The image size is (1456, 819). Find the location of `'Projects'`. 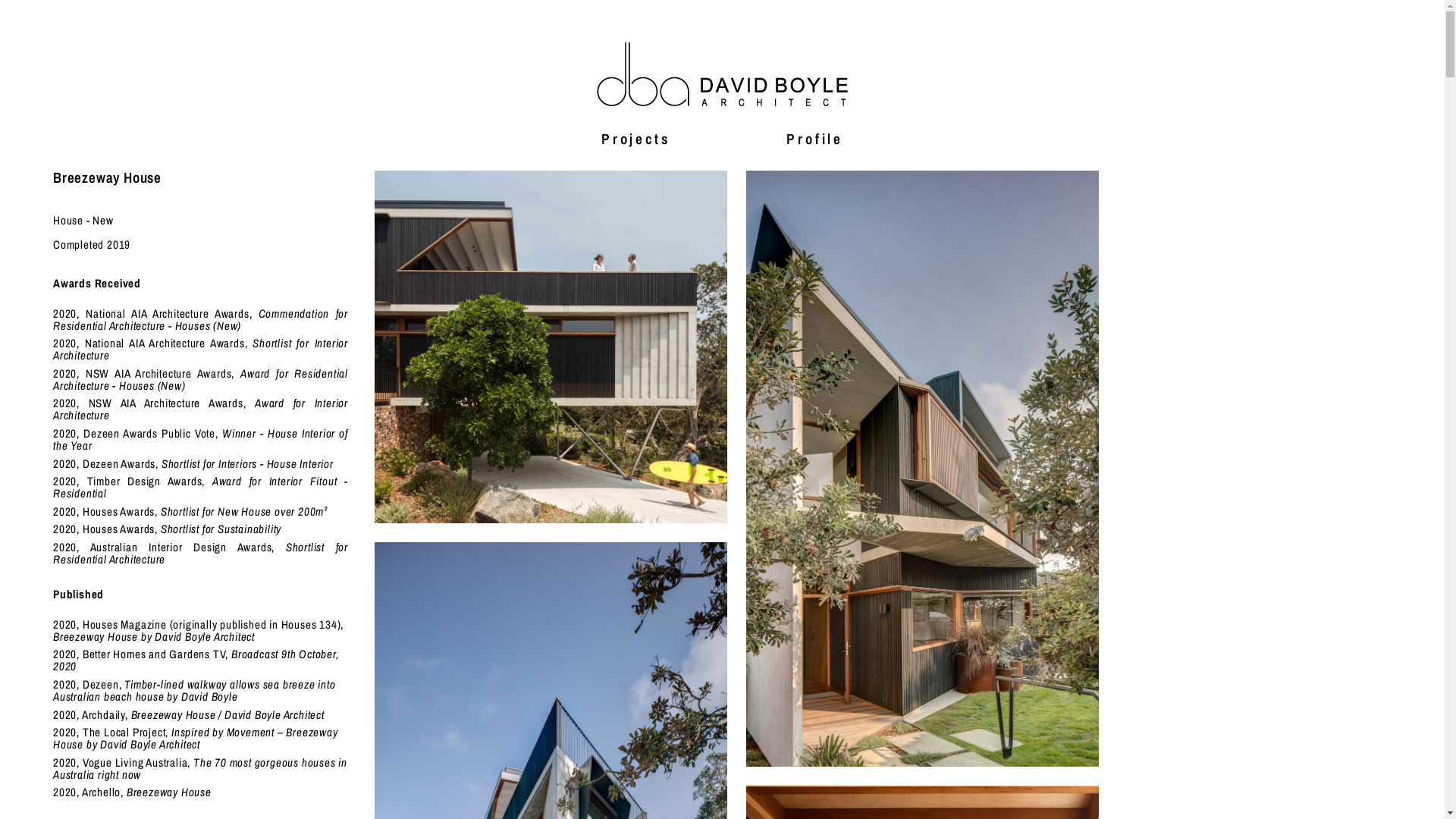

'Projects' is located at coordinates (635, 137).